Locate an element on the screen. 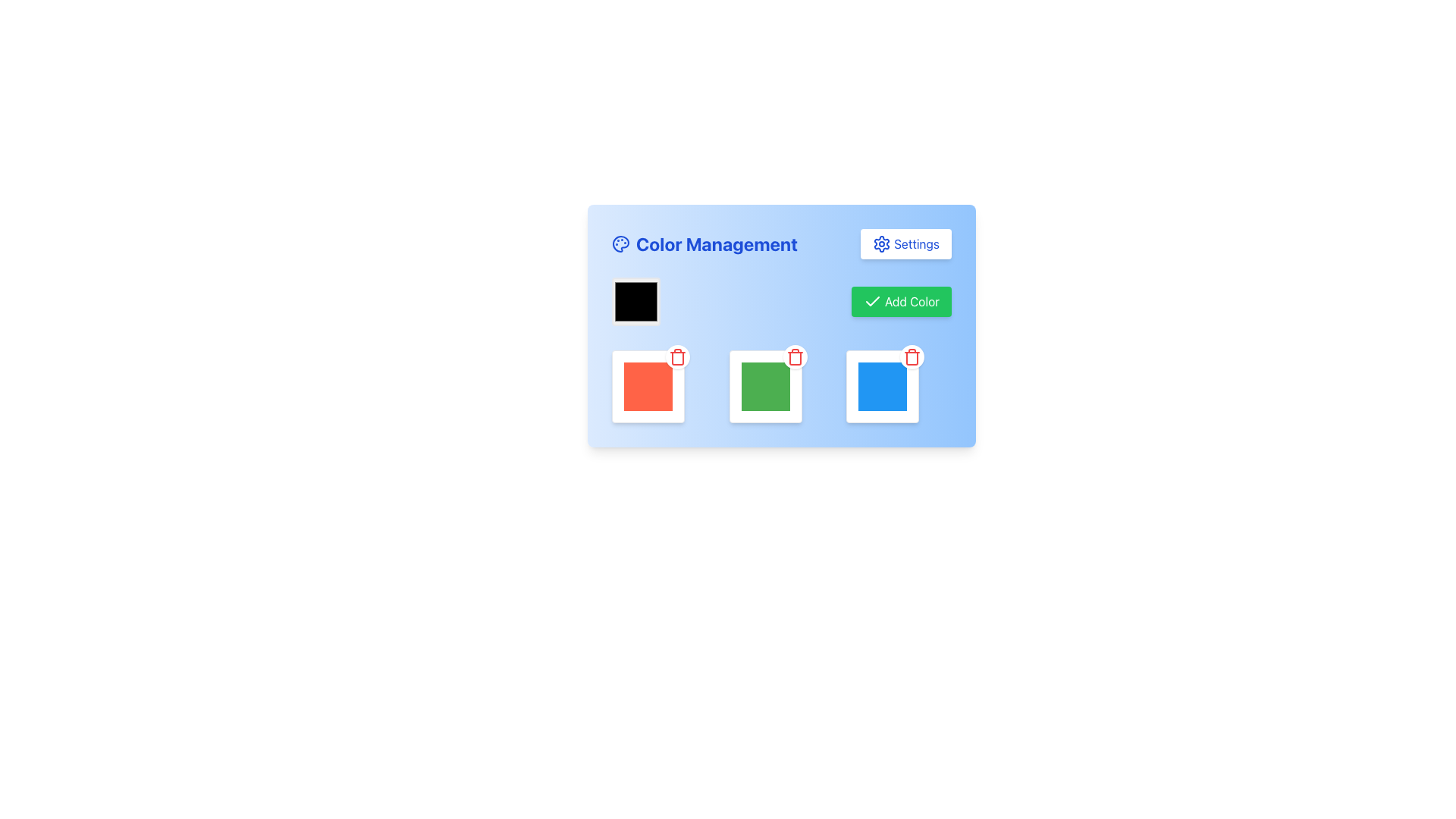 The height and width of the screenshot is (819, 1456). the confirmation icon located within the 'Add Color' button in the top-right section of the 'Color Management' card is located at coordinates (872, 301).